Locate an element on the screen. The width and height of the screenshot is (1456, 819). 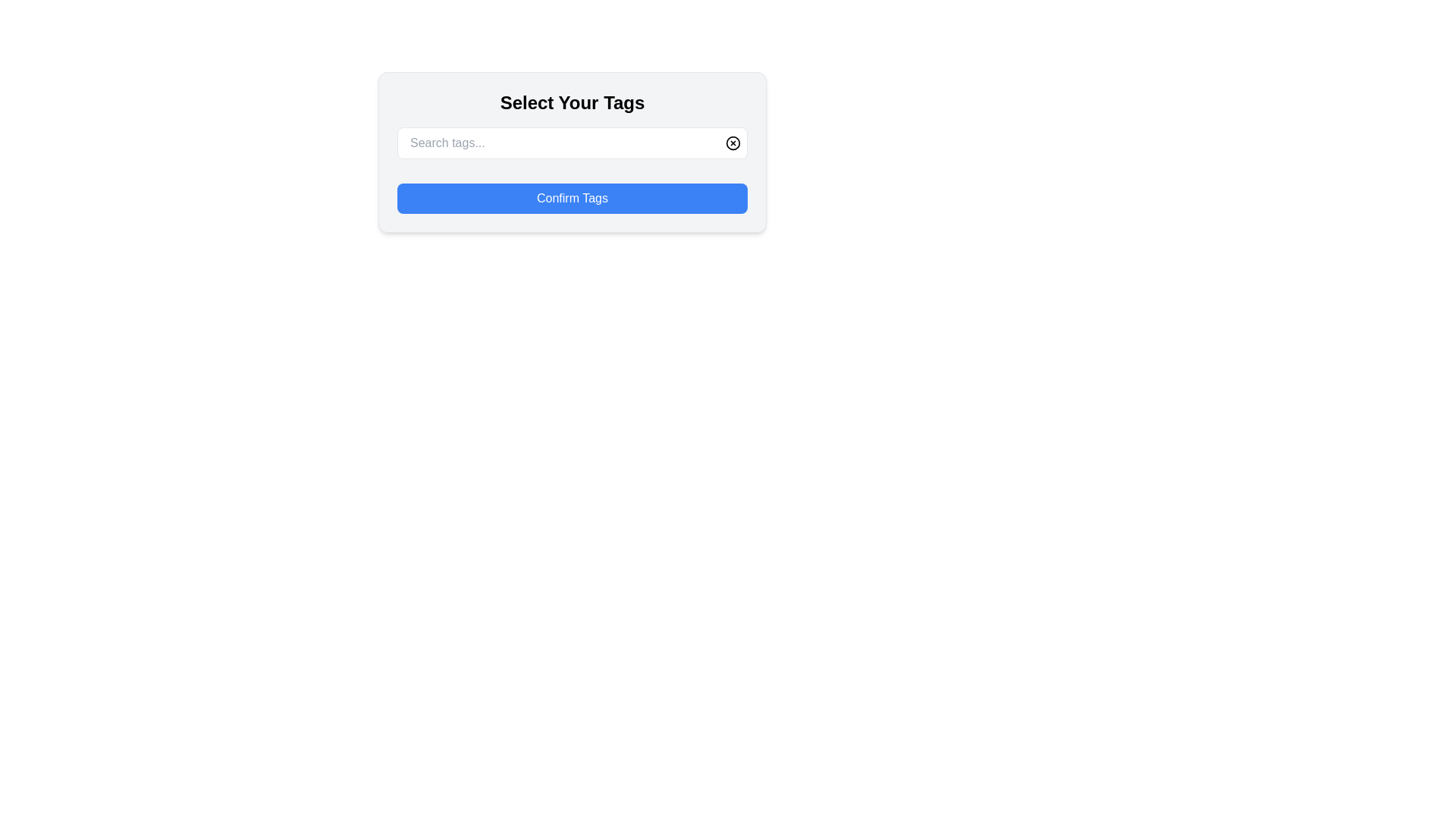
the 'Clear Input' icon located at the top-right corner of the text input box, which is represented by a circle-x icon is located at coordinates (733, 143).